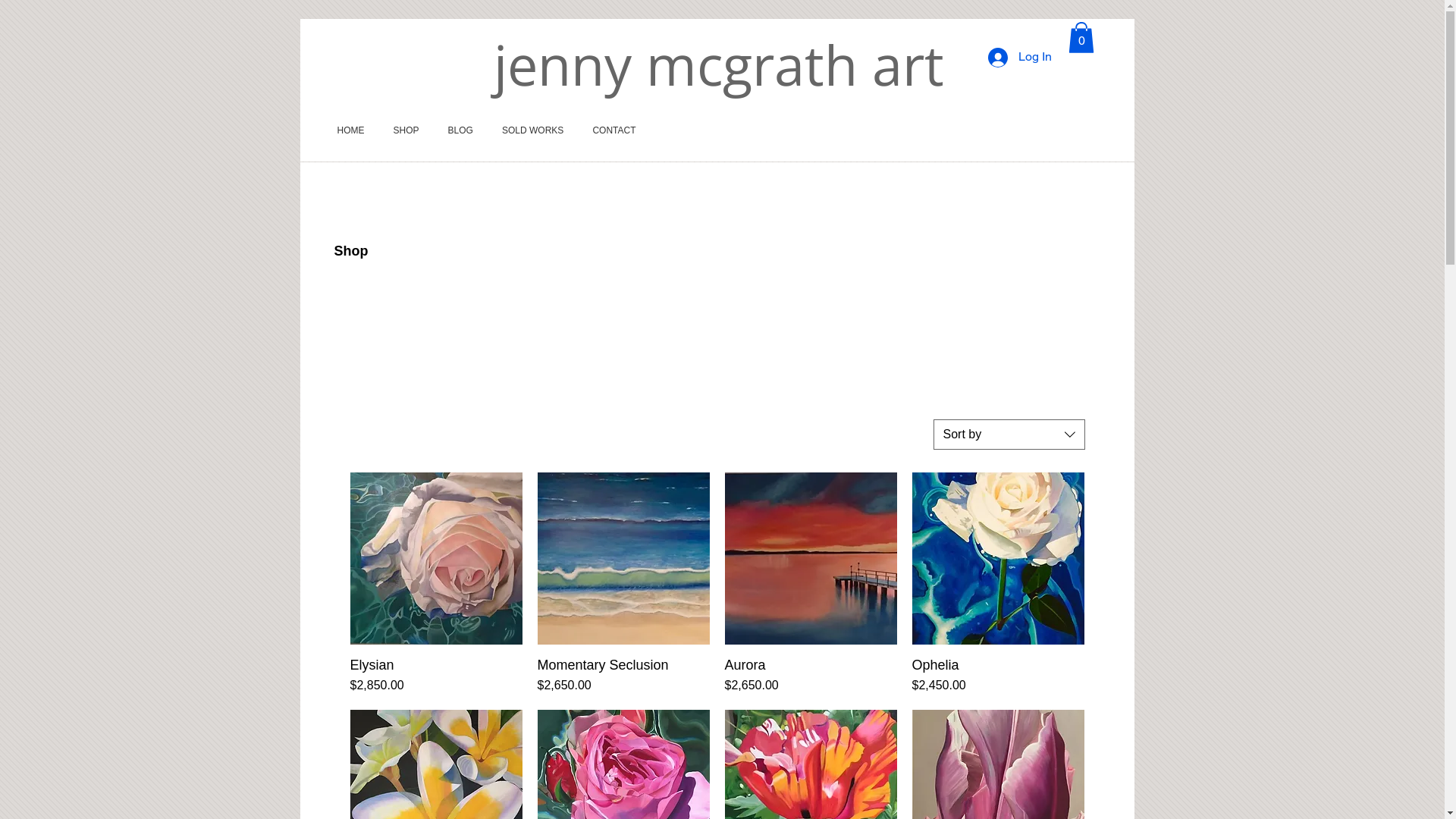 This screenshot has height=819, width=1456. I want to click on 'HOME', so click(350, 130).